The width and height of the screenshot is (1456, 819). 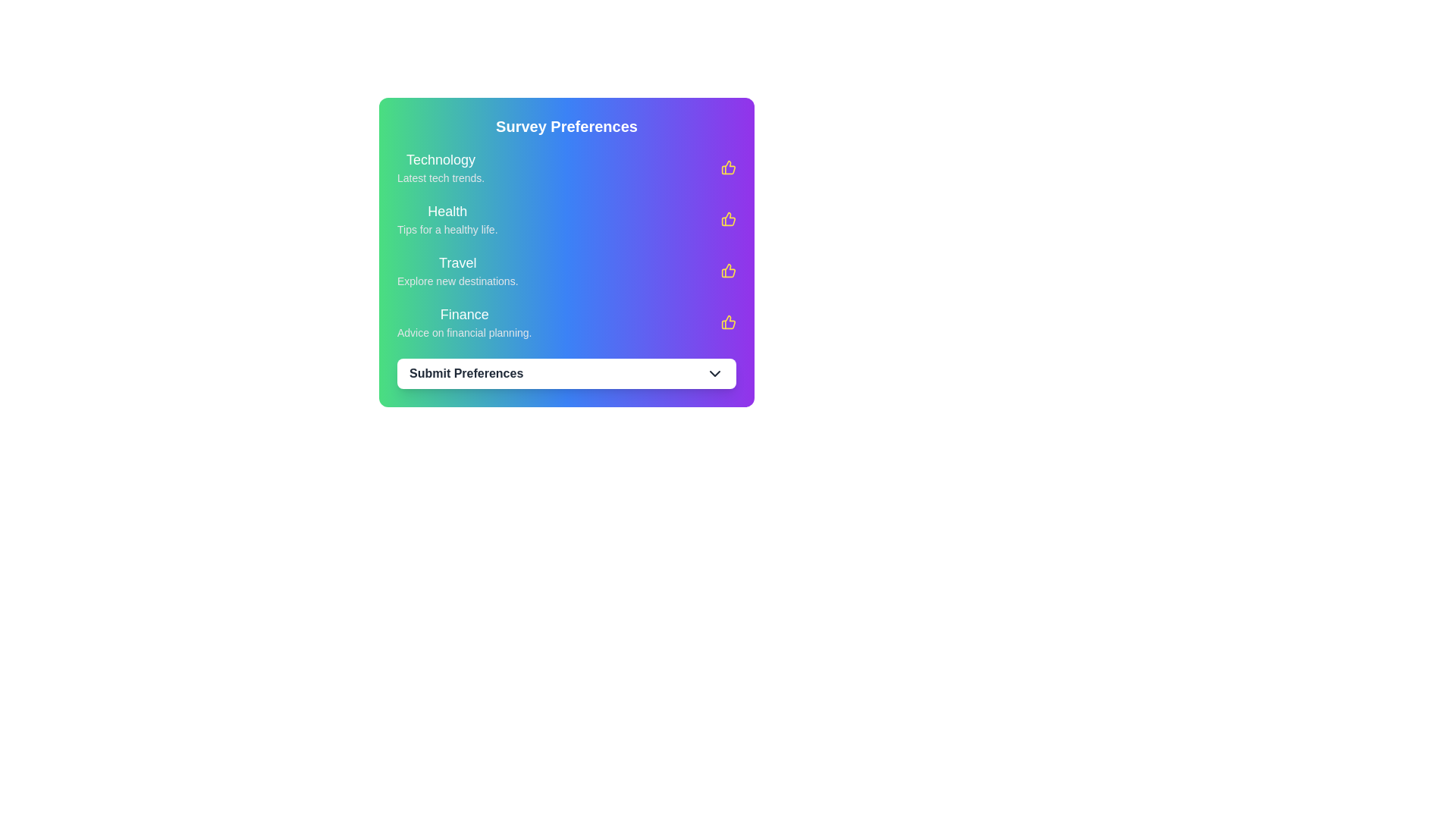 I want to click on the text label that displays 'Advice on financial planning.' located under the 'Finance' text in the 'Survey Preferences' section, so click(x=463, y=332).